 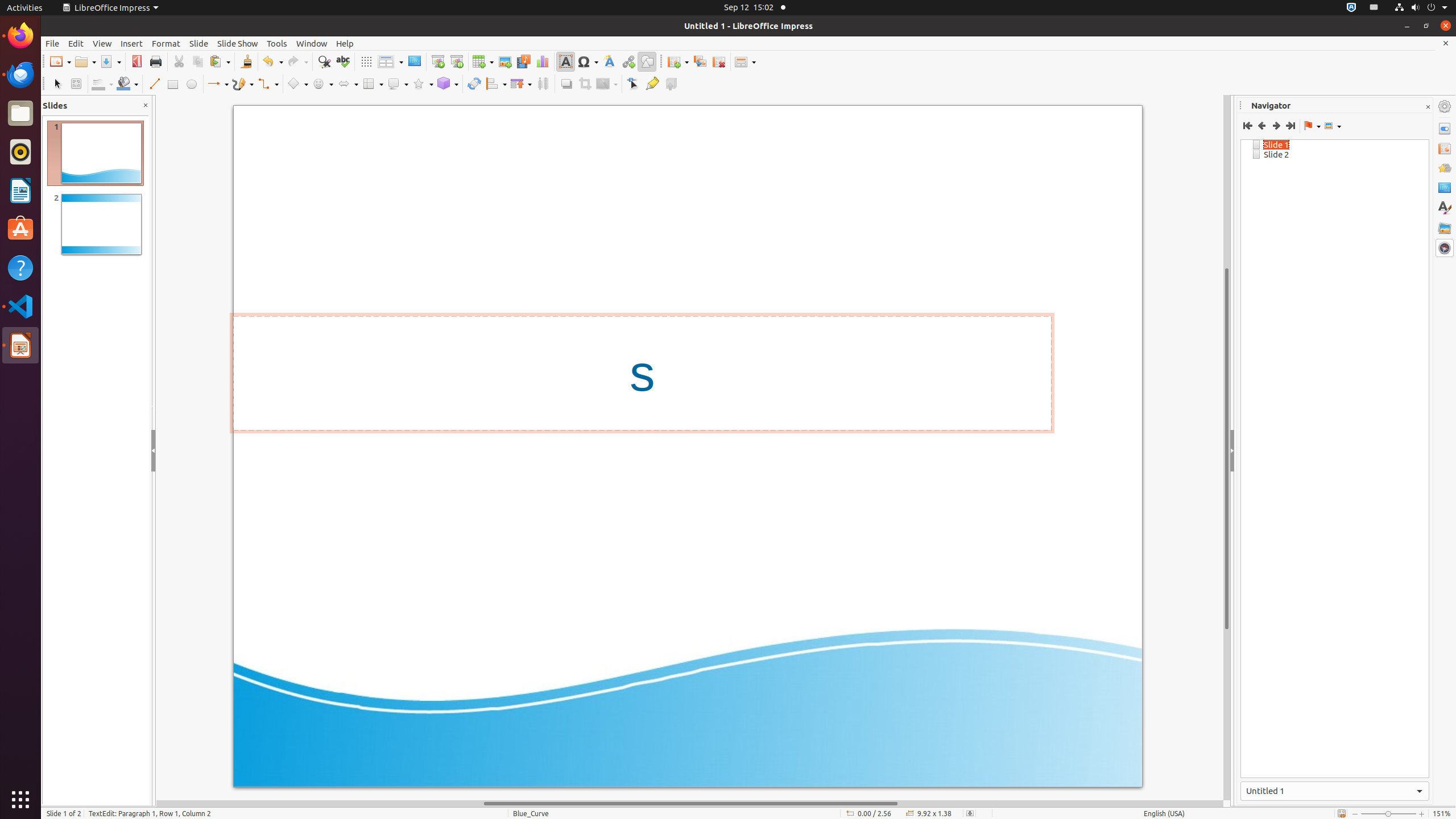 What do you see at coordinates (172, 83) in the screenshot?
I see `'Rectangle'` at bounding box center [172, 83].